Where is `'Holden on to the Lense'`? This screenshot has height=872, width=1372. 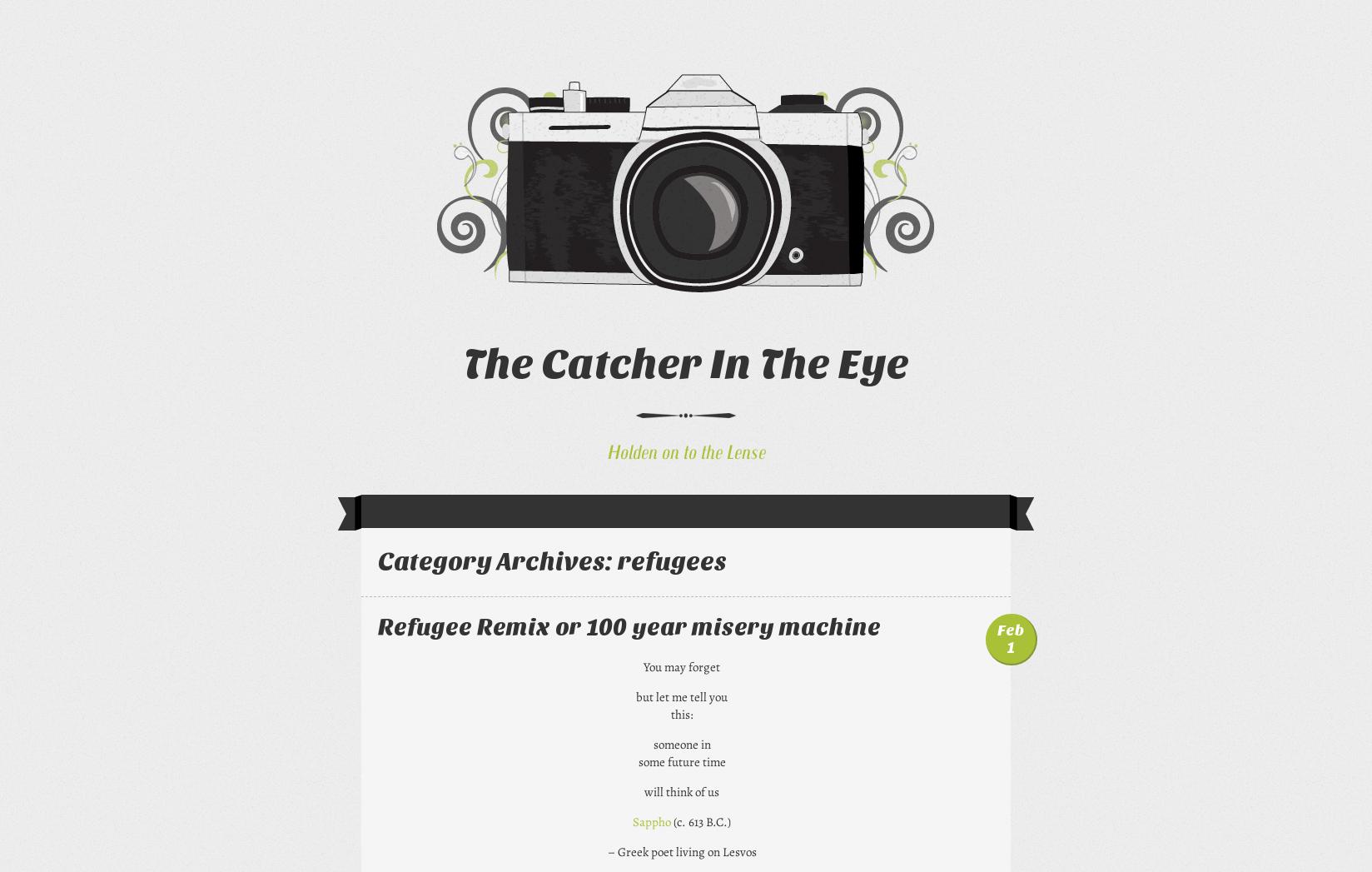
'Holden on to the Lense' is located at coordinates (686, 450).